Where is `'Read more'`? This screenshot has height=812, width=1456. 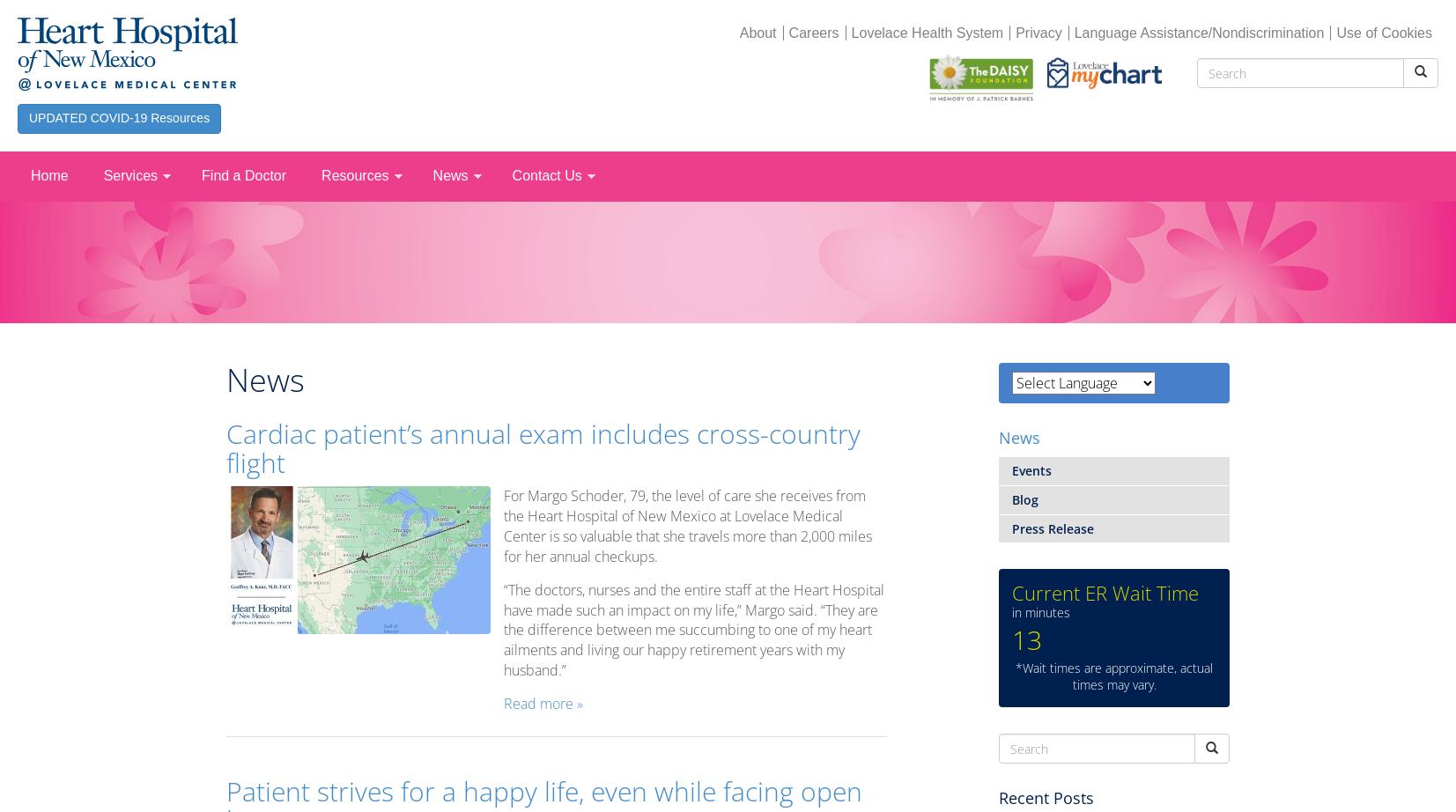 'Read more' is located at coordinates (536, 701).